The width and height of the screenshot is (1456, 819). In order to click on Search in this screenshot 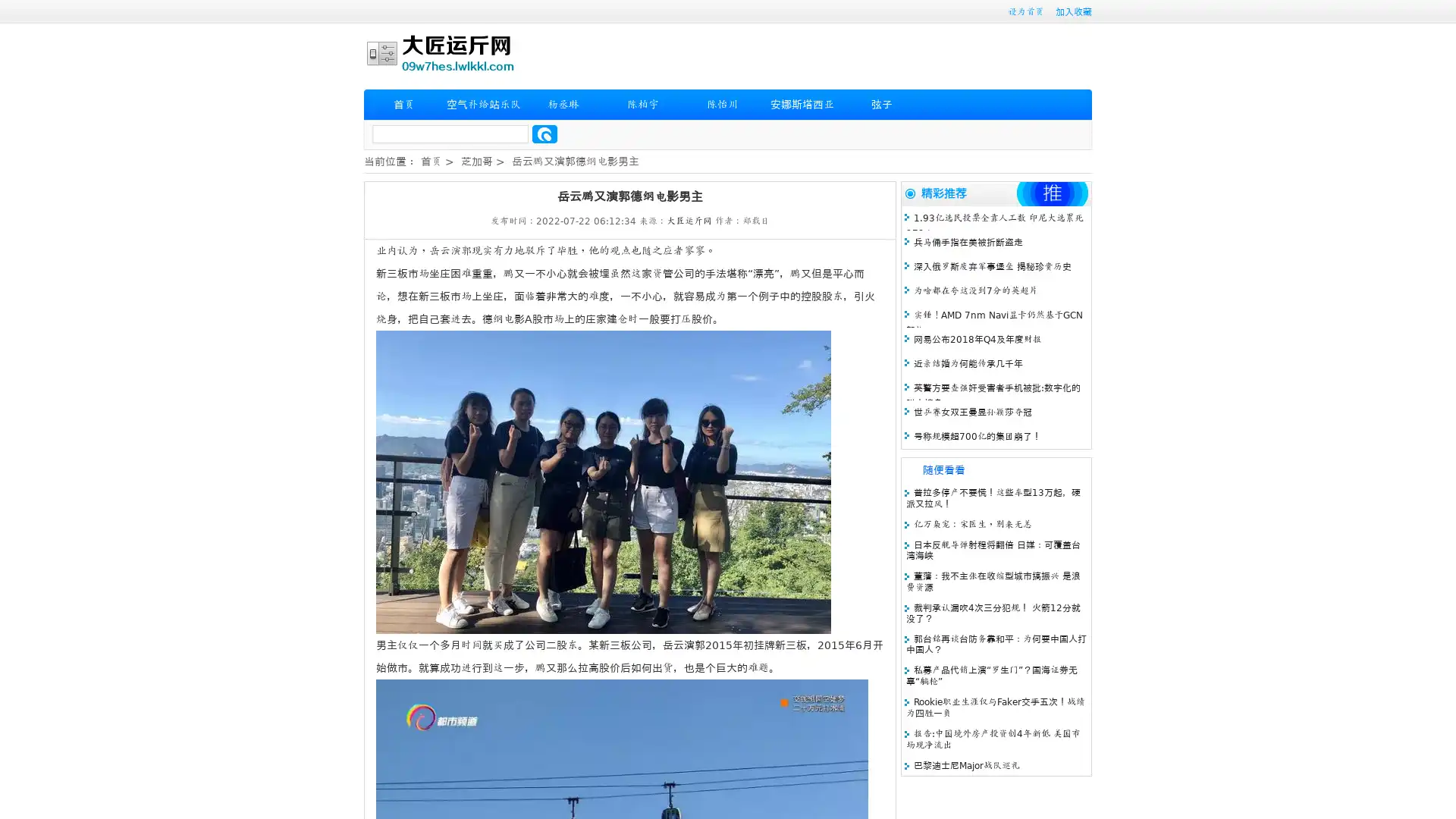, I will do `click(544, 133)`.